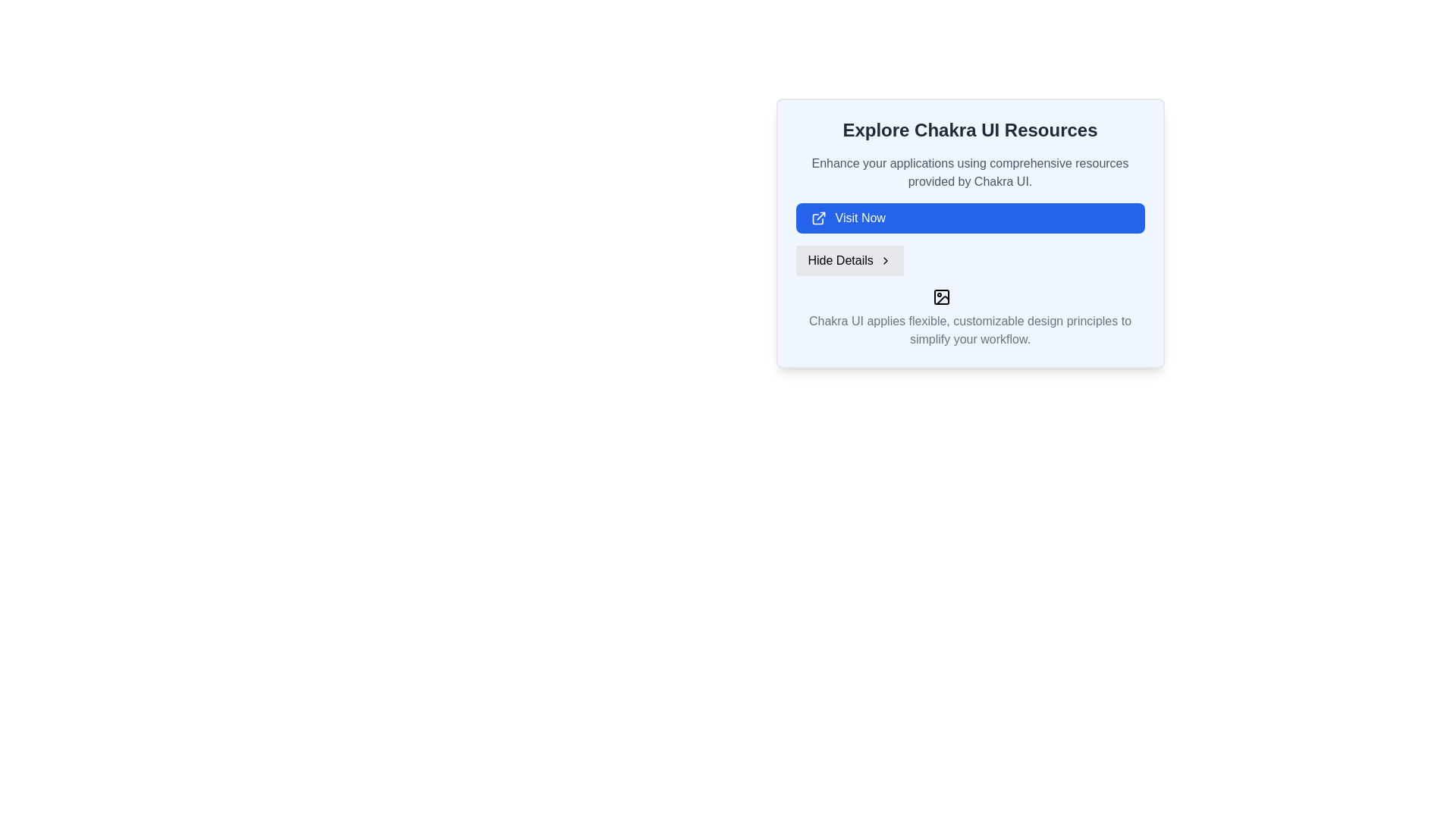  I want to click on the image placeholder located in the bottom section of a card layout, which represents an unavailable visual component, so click(940, 297).